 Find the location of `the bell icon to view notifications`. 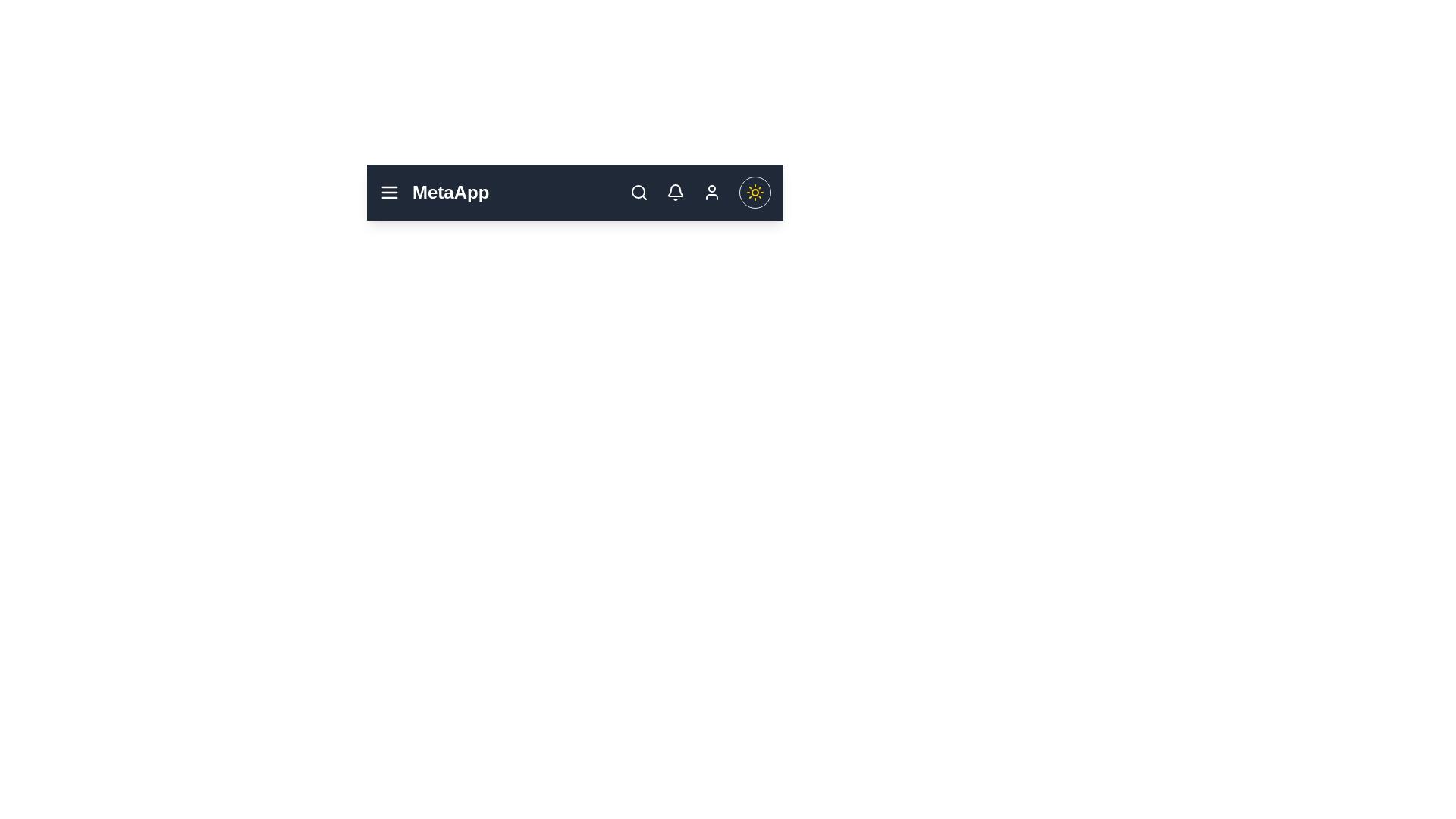

the bell icon to view notifications is located at coordinates (675, 192).